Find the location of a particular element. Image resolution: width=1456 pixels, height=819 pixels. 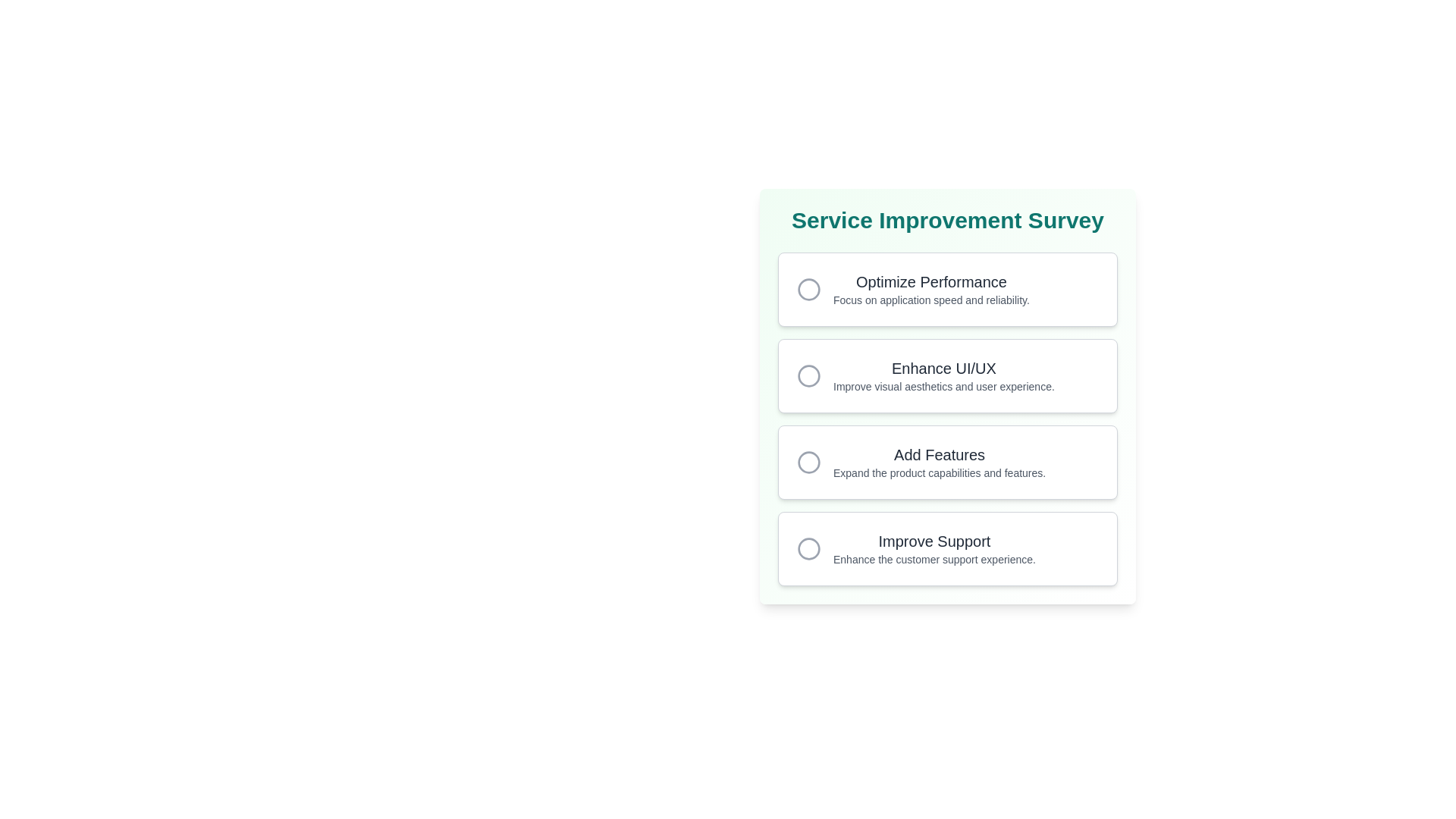

the unselected radio button icon located to the left of the 'Add Features' heading and its description is located at coordinates (808, 461).